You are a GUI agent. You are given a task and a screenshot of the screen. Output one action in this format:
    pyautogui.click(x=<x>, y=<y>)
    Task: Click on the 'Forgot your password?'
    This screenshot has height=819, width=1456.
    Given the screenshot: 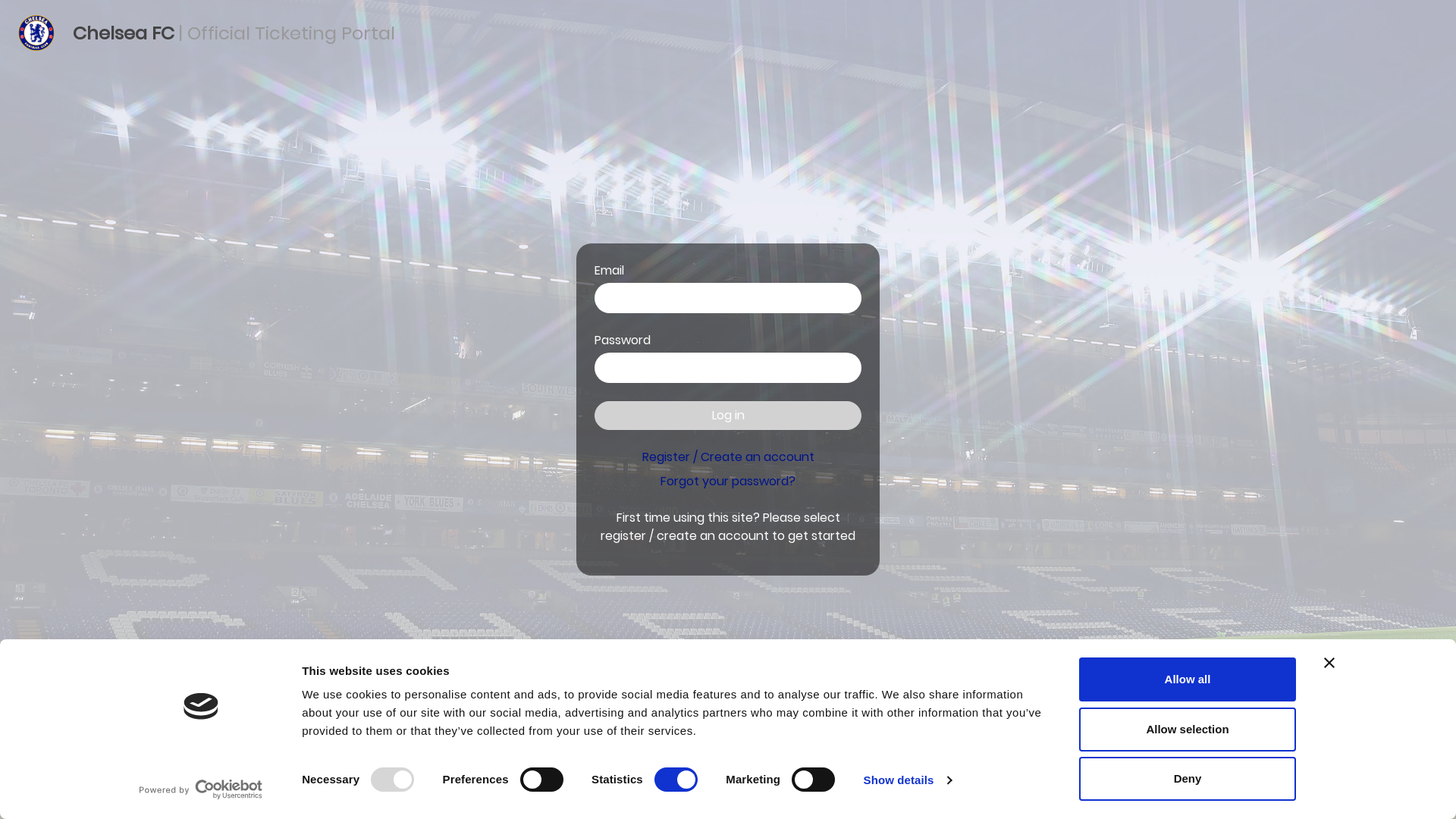 What is the action you would take?
    pyautogui.click(x=728, y=481)
    